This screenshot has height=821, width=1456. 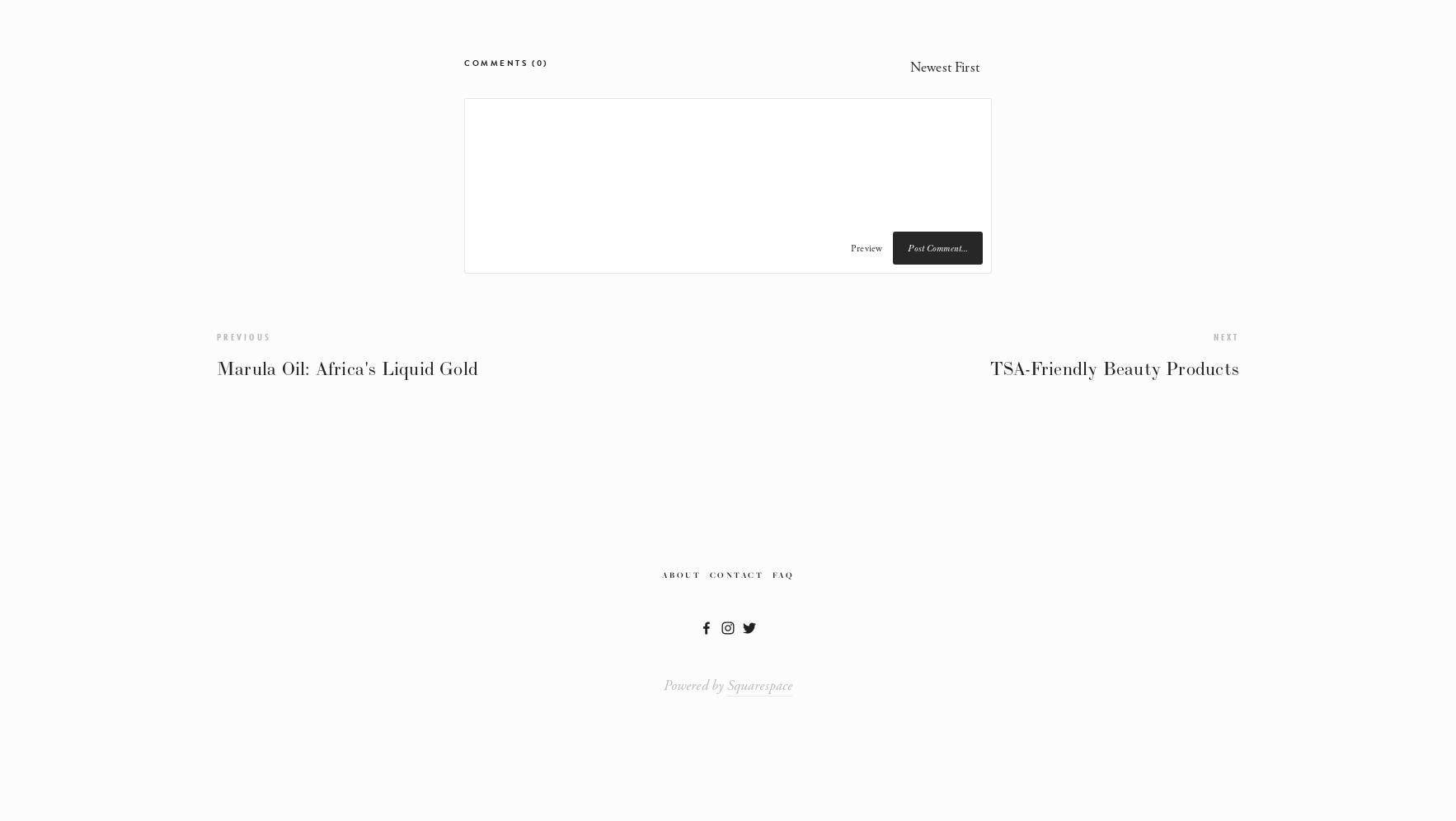 I want to click on 'Preview', so click(x=850, y=247).